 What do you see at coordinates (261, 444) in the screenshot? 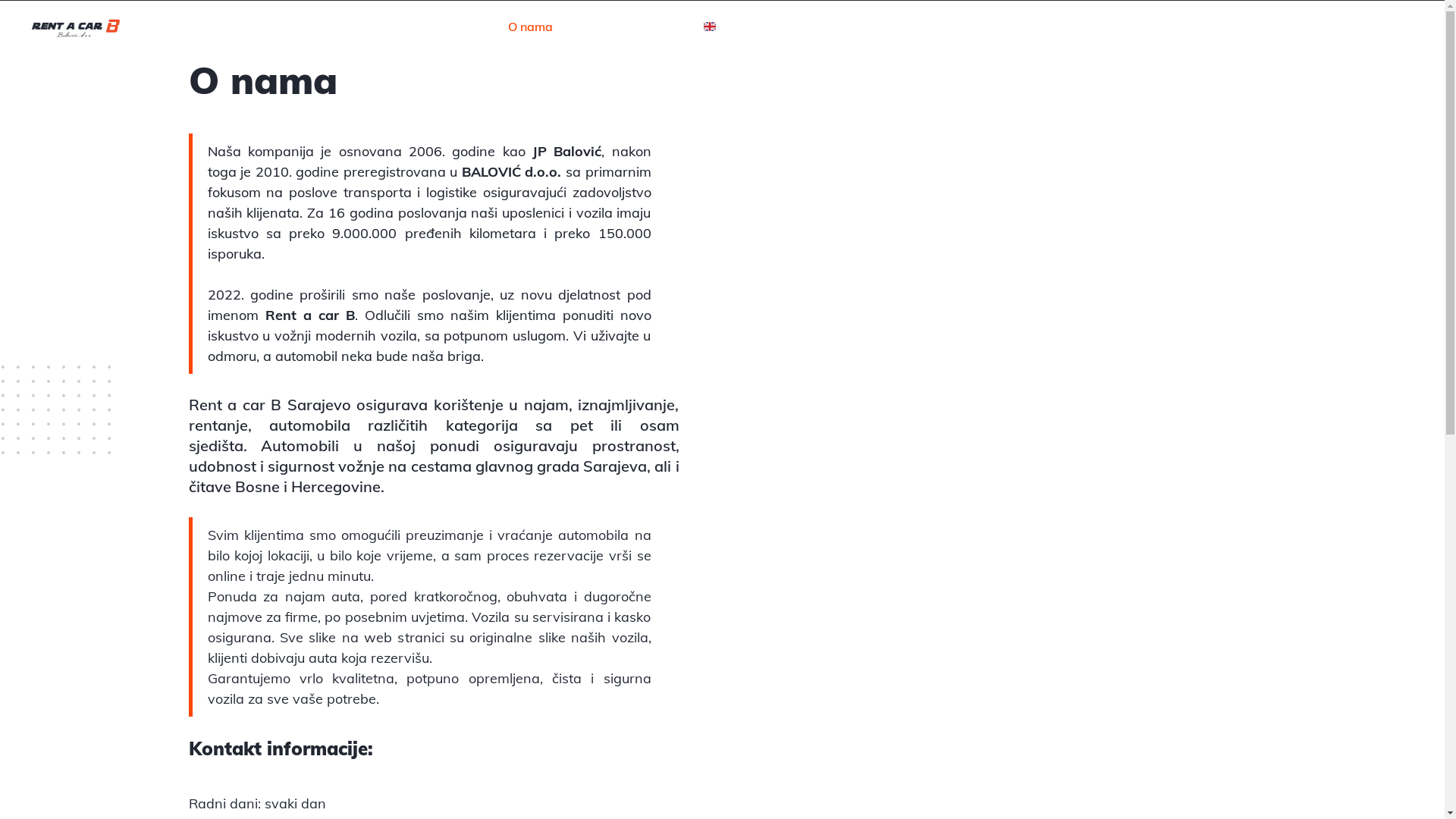
I see `'Automobili '` at bounding box center [261, 444].